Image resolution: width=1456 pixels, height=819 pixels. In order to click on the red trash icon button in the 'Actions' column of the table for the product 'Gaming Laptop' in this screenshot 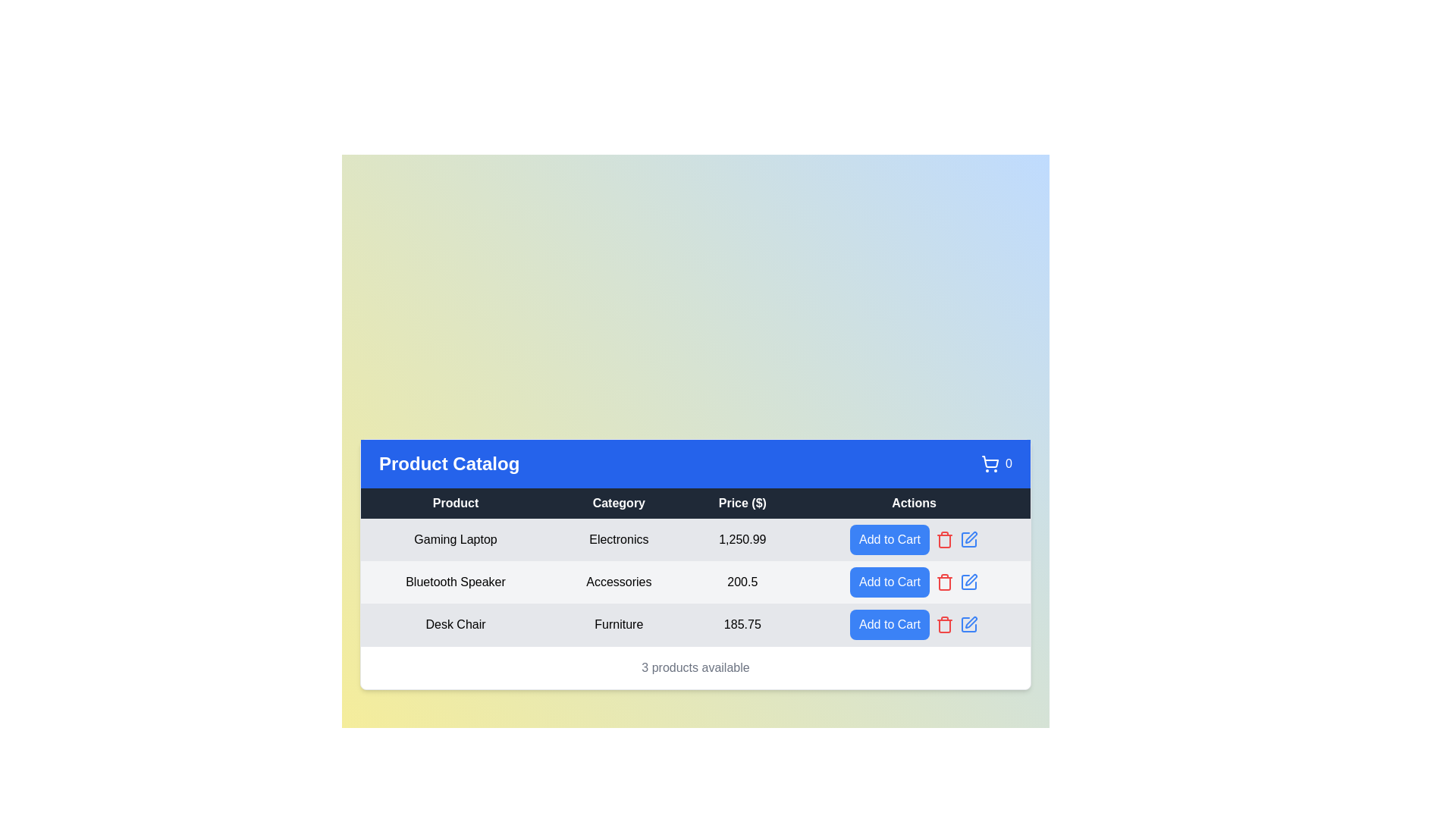, I will do `click(943, 538)`.